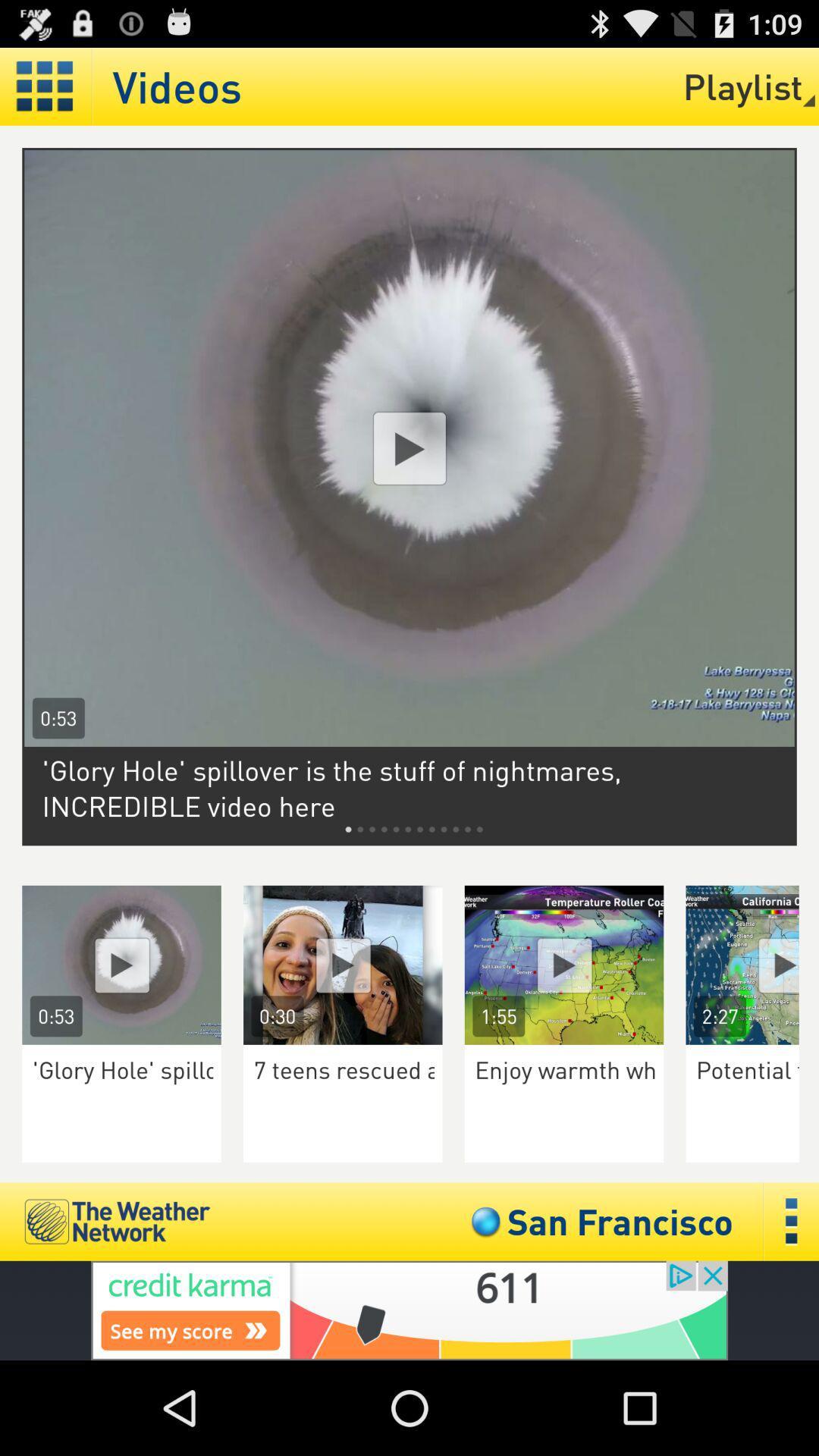 The height and width of the screenshot is (1456, 819). What do you see at coordinates (564, 964) in the screenshot?
I see `video` at bounding box center [564, 964].